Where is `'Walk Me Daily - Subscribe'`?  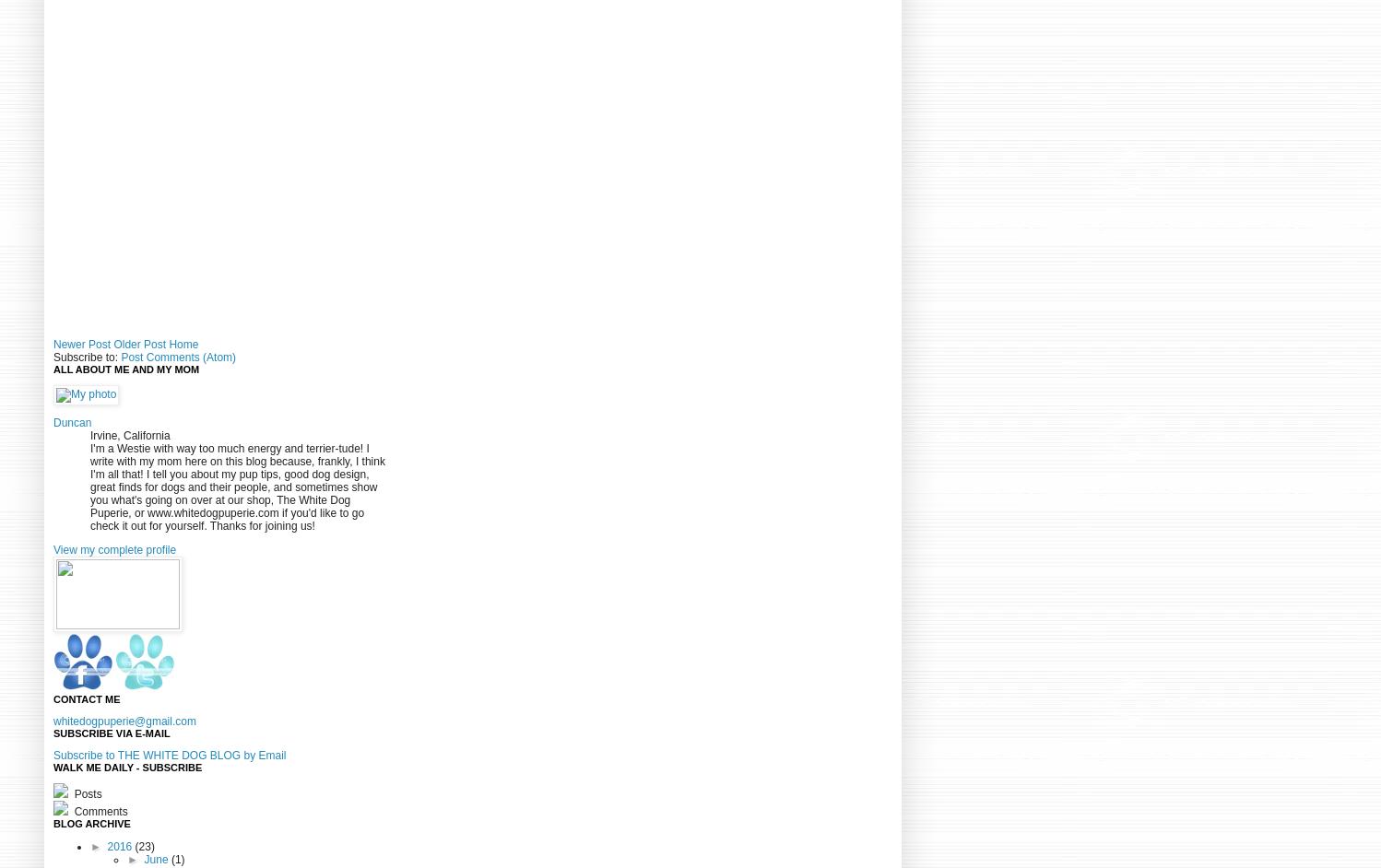 'Walk Me Daily - Subscribe' is located at coordinates (127, 767).